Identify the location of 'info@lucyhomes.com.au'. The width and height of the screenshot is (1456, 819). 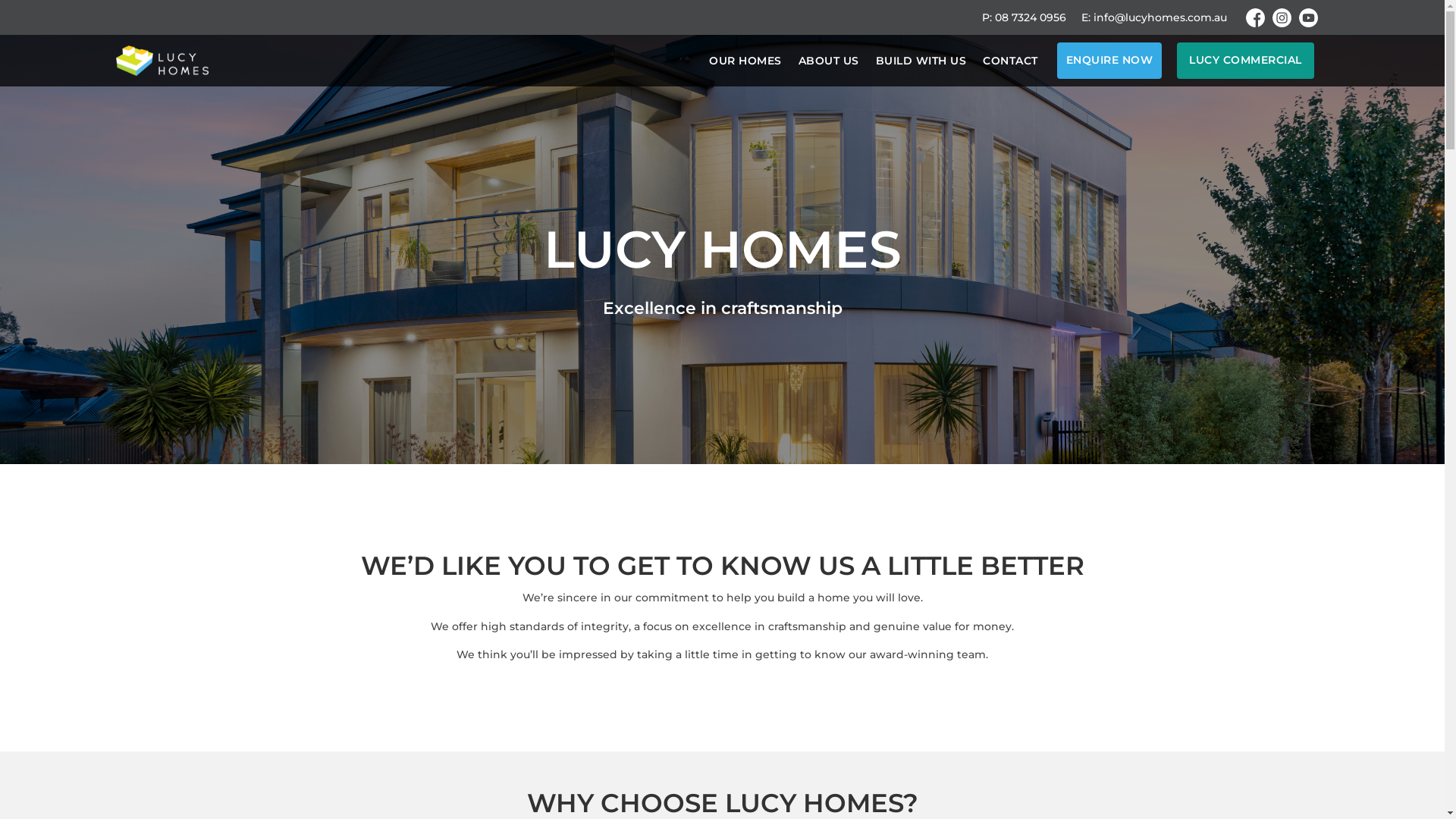
(1093, 17).